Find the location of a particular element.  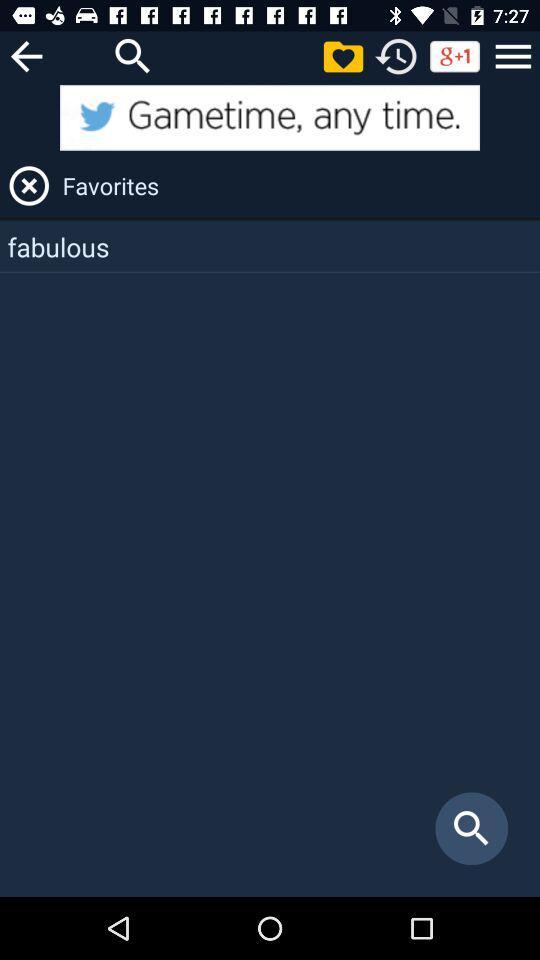

adding button is located at coordinates (342, 55).